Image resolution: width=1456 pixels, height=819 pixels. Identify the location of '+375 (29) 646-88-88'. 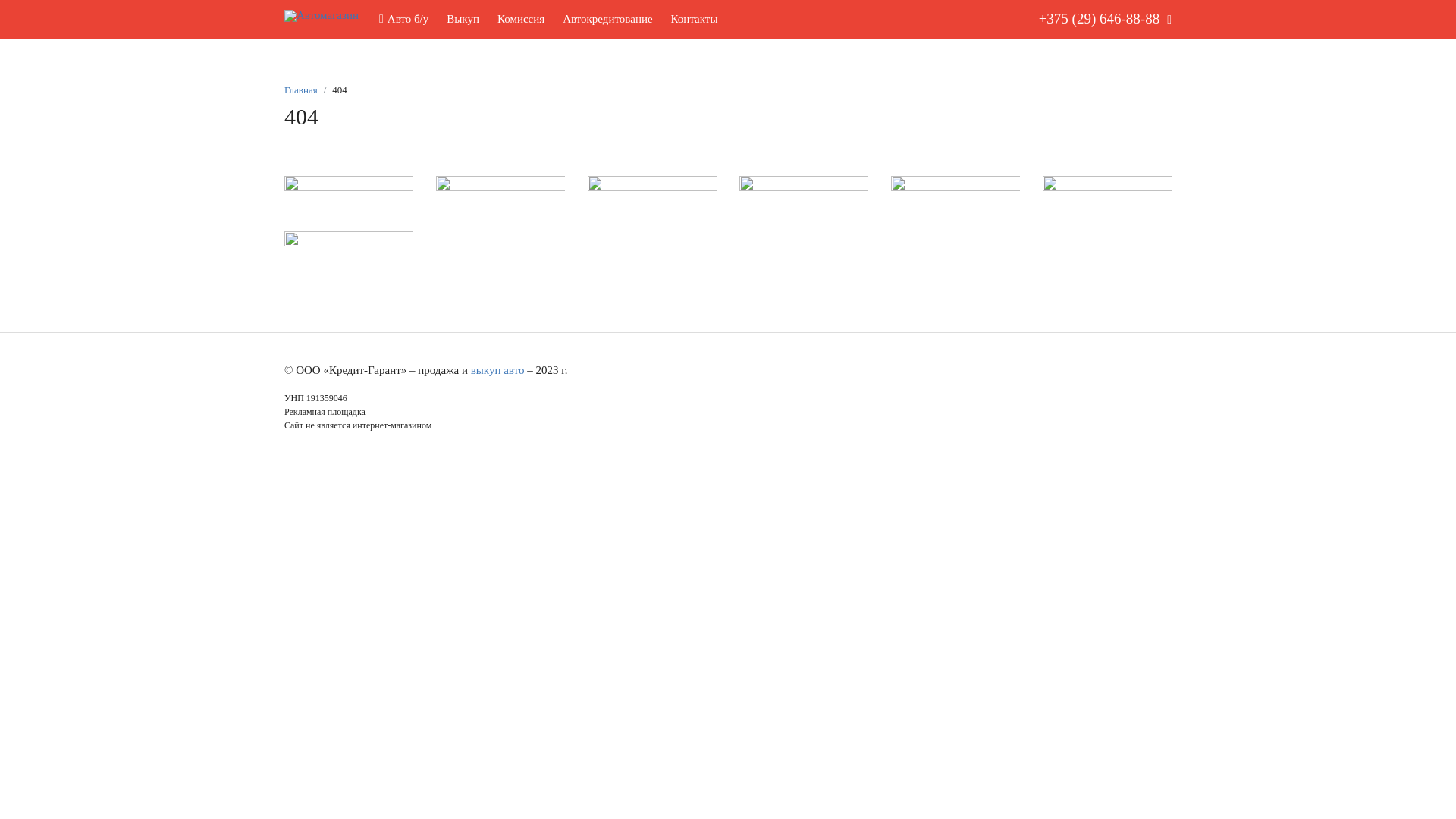
(1026, 19).